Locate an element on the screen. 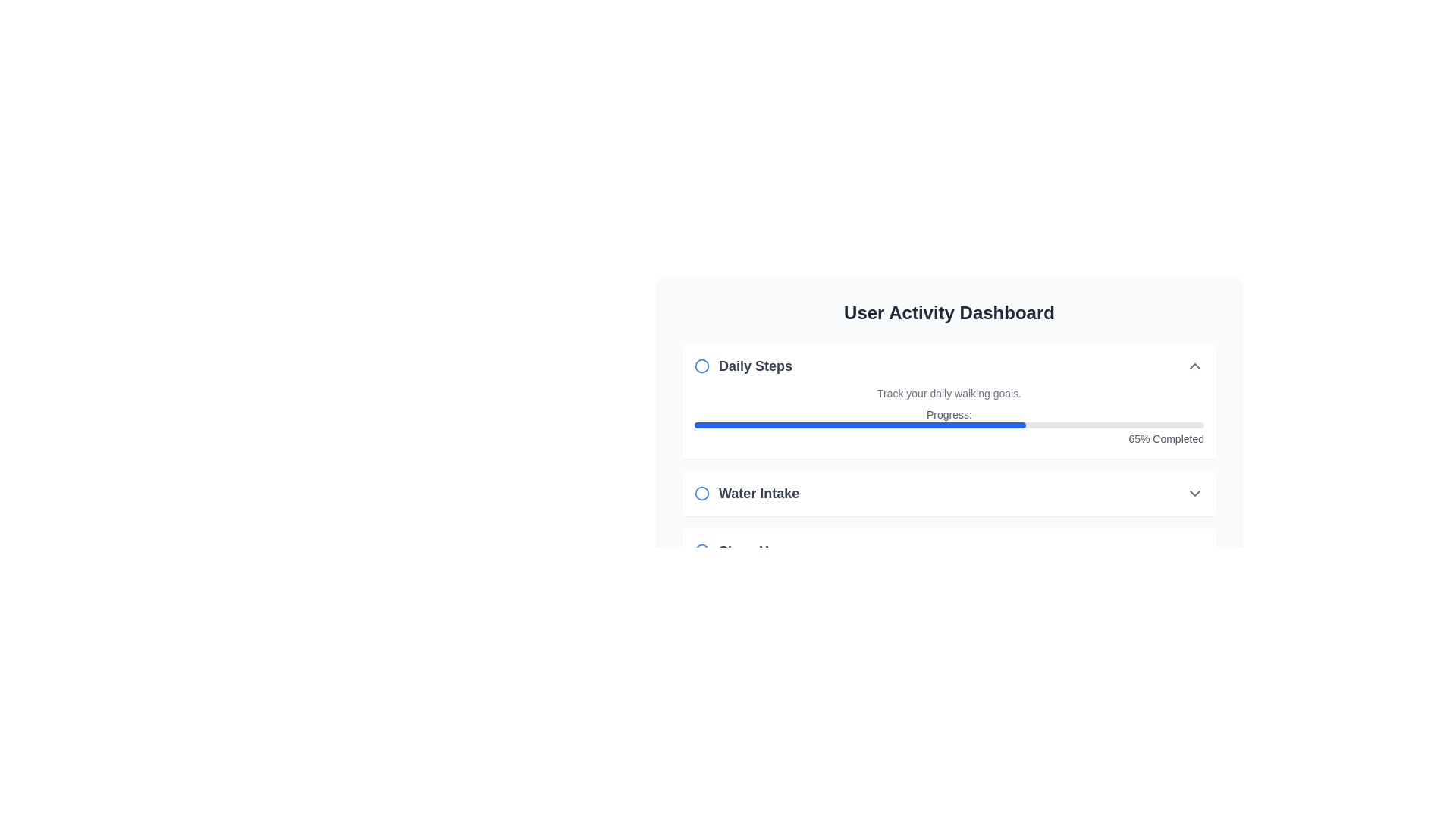 The image size is (1456, 819). the small circular icon with a bold blue outline located to the left of the text 'Daily Steps' is located at coordinates (701, 366).